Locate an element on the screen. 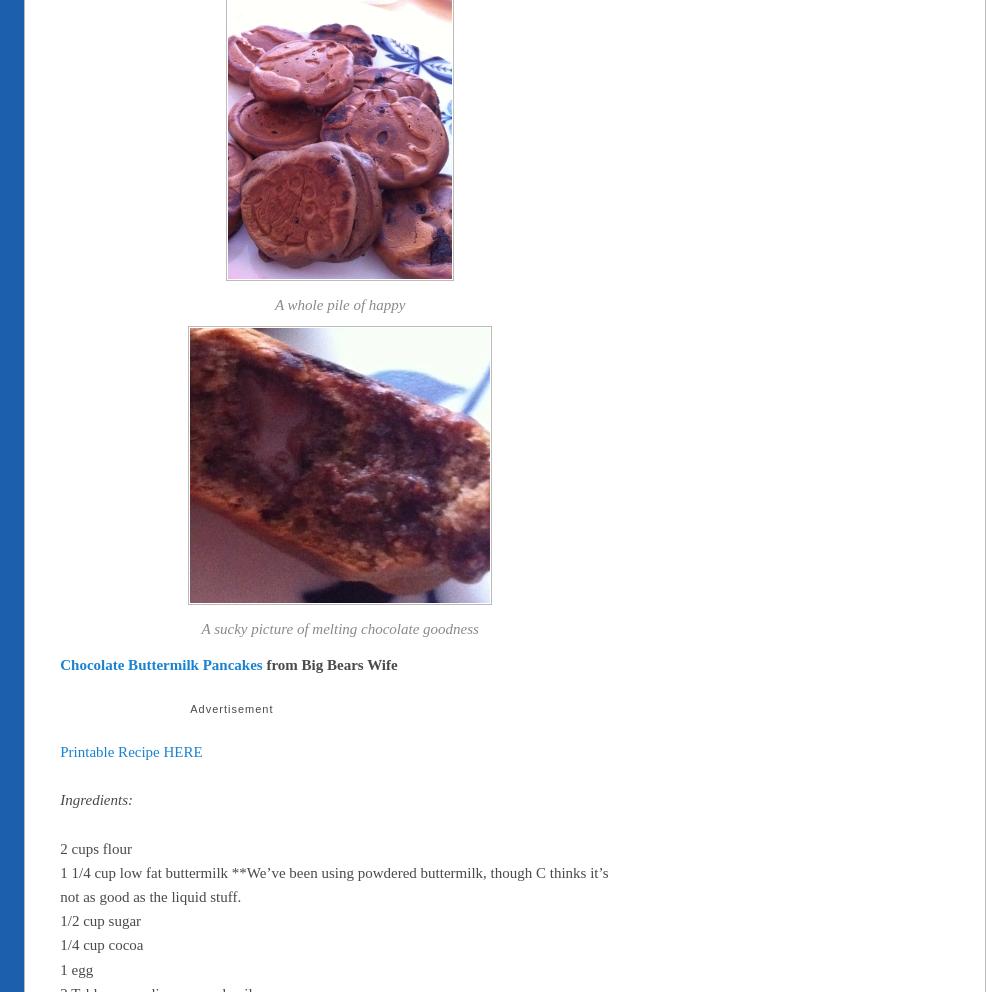  'A sucky picture of melting chocolate goodness' is located at coordinates (338, 629).